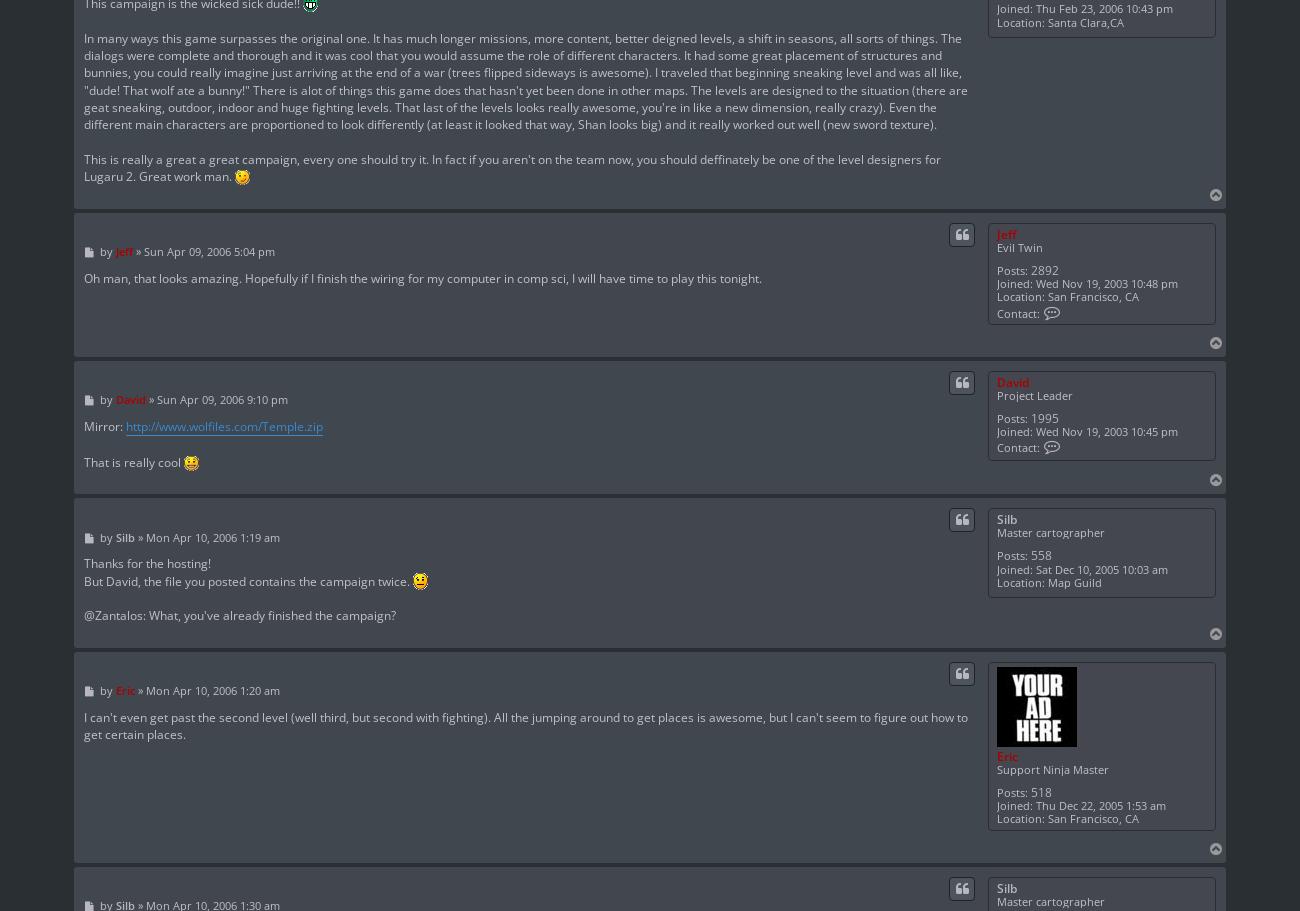 The image size is (1300, 911). Describe the element at coordinates (1044, 268) in the screenshot. I see `'2892'` at that location.